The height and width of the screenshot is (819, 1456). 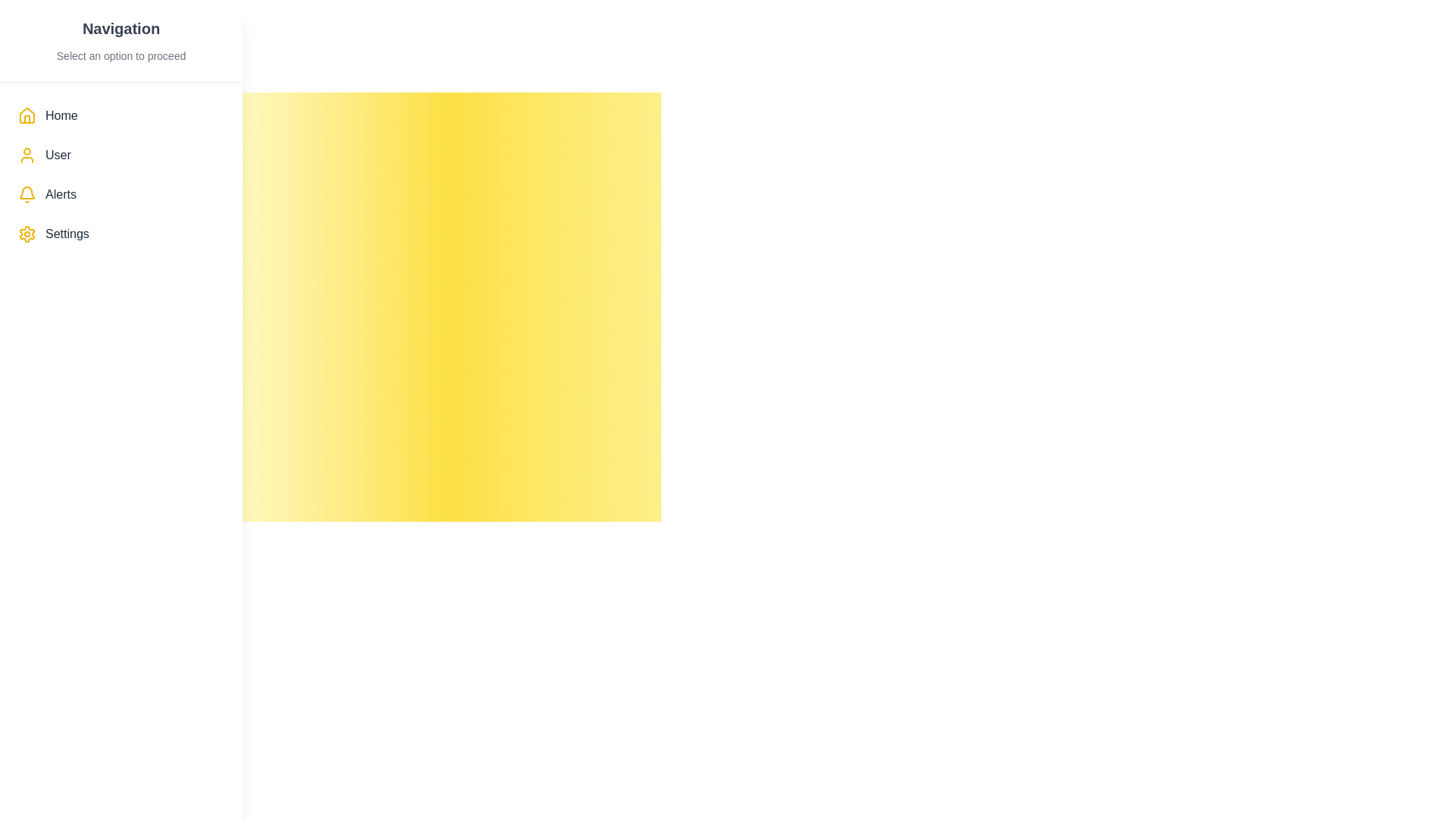 I want to click on the bell icon with a yellow outline located to the left of the 'Alerts' text in the navigation menu, so click(x=27, y=194).